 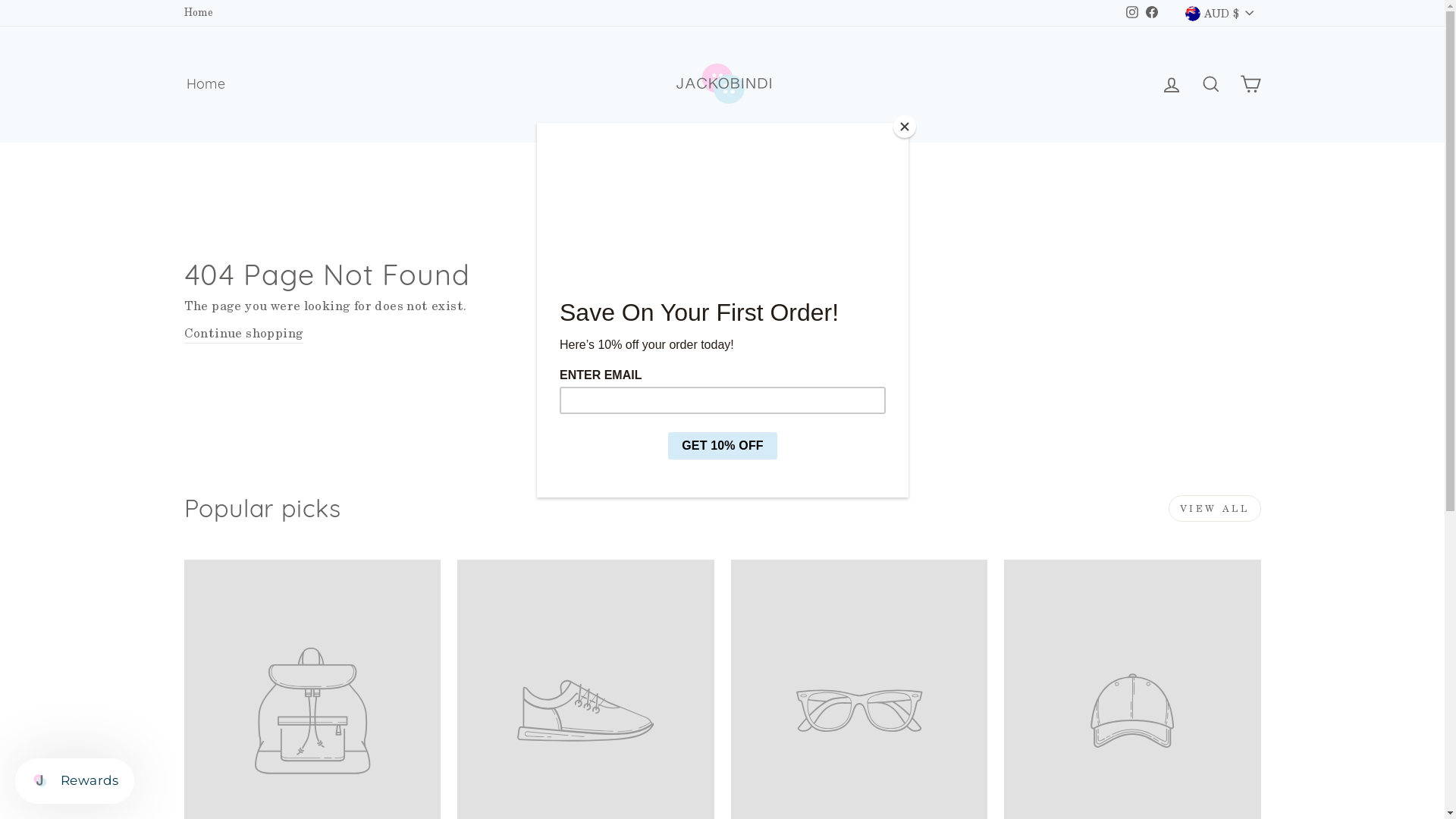 What do you see at coordinates (1219, 12) in the screenshot?
I see `'AUD $'` at bounding box center [1219, 12].